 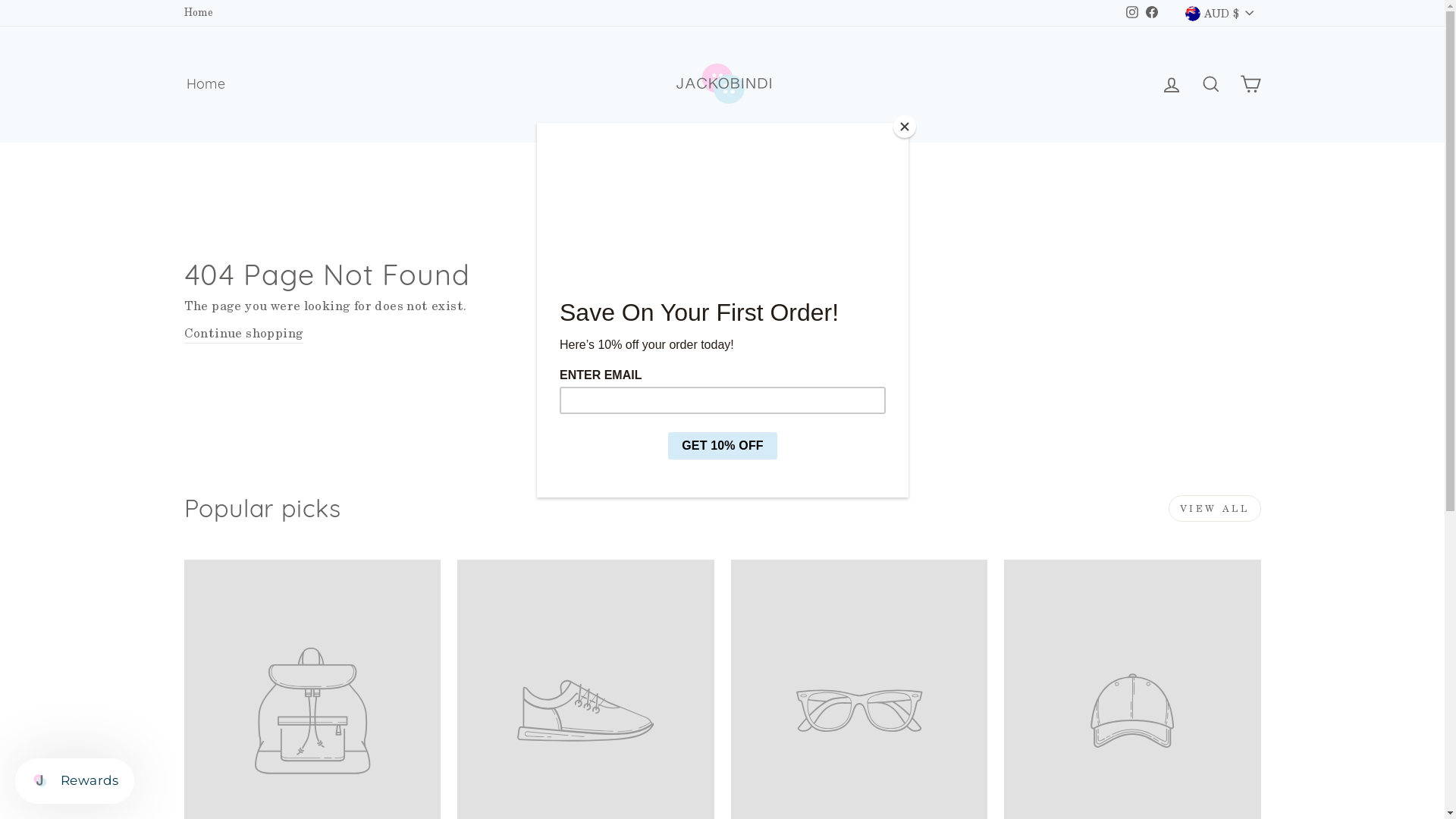 What do you see at coordinates (1219, 12) in the screenshot?
I see `'AUD $'` at bounding box center [1219, 12].